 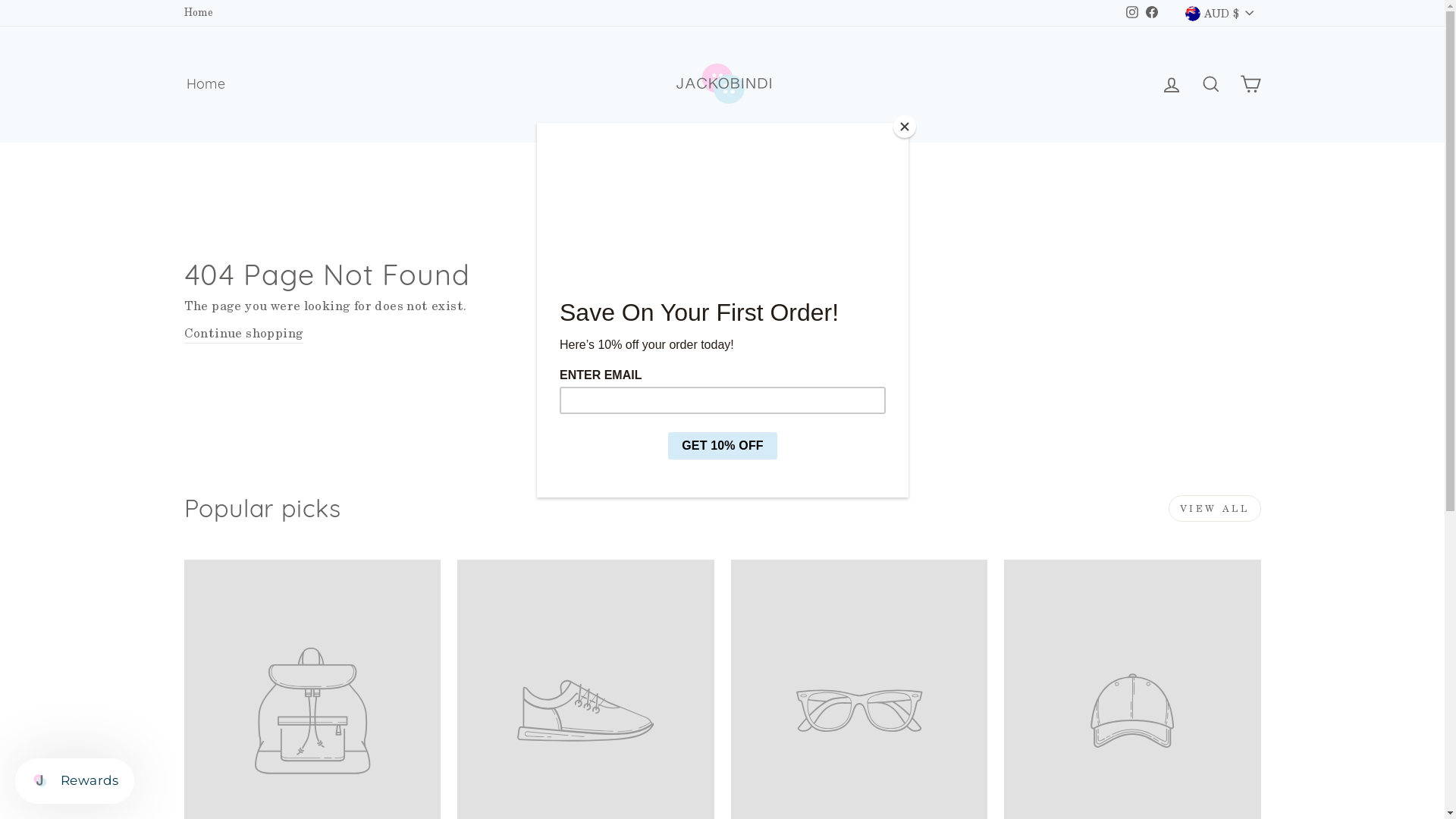 What do you see at coordinates (1219, 12) in the screenshot?
I see `'AUD $'` at bounding box center [1219, 12].